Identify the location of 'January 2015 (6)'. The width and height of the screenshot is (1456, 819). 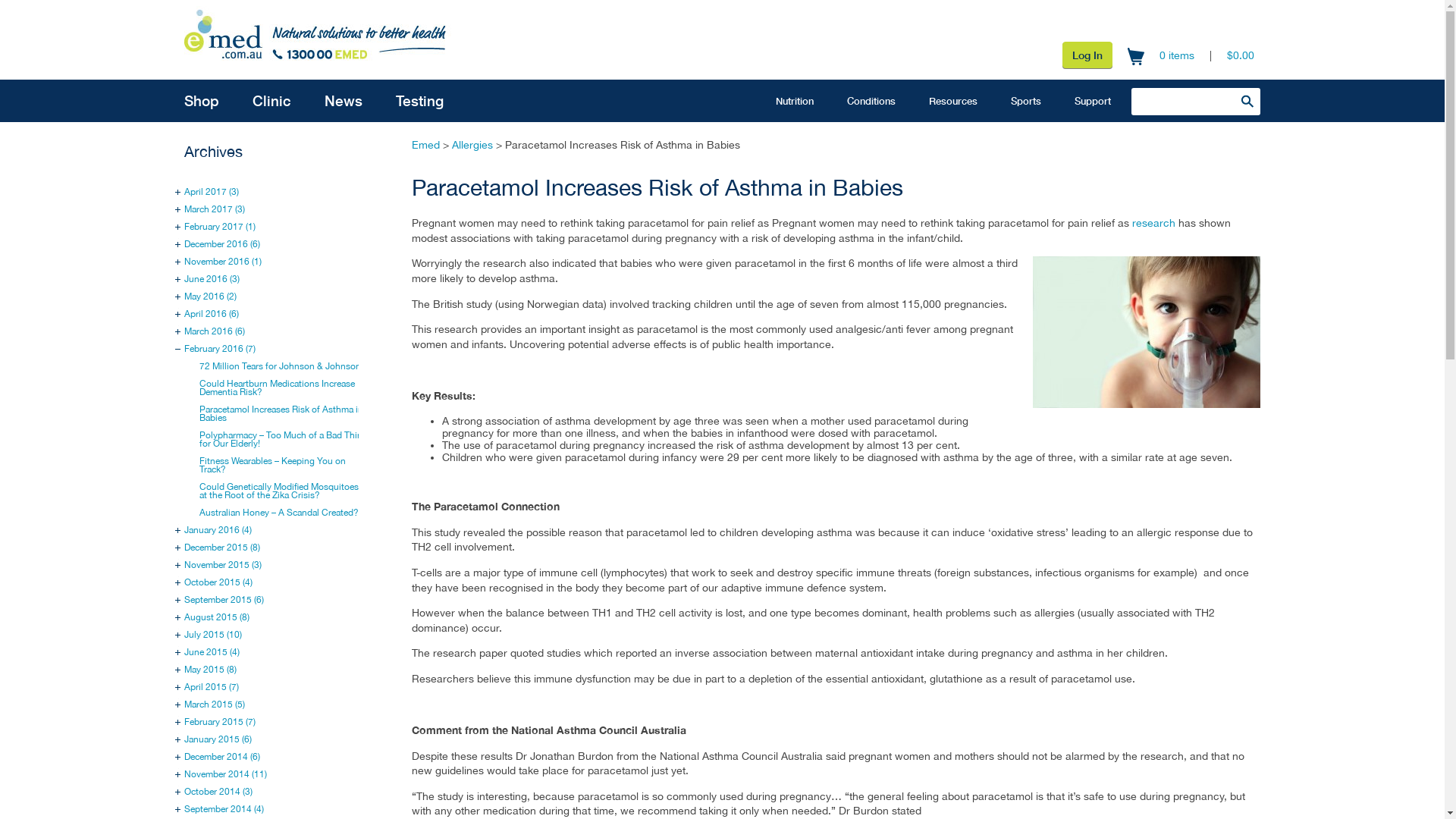
(217, 739).